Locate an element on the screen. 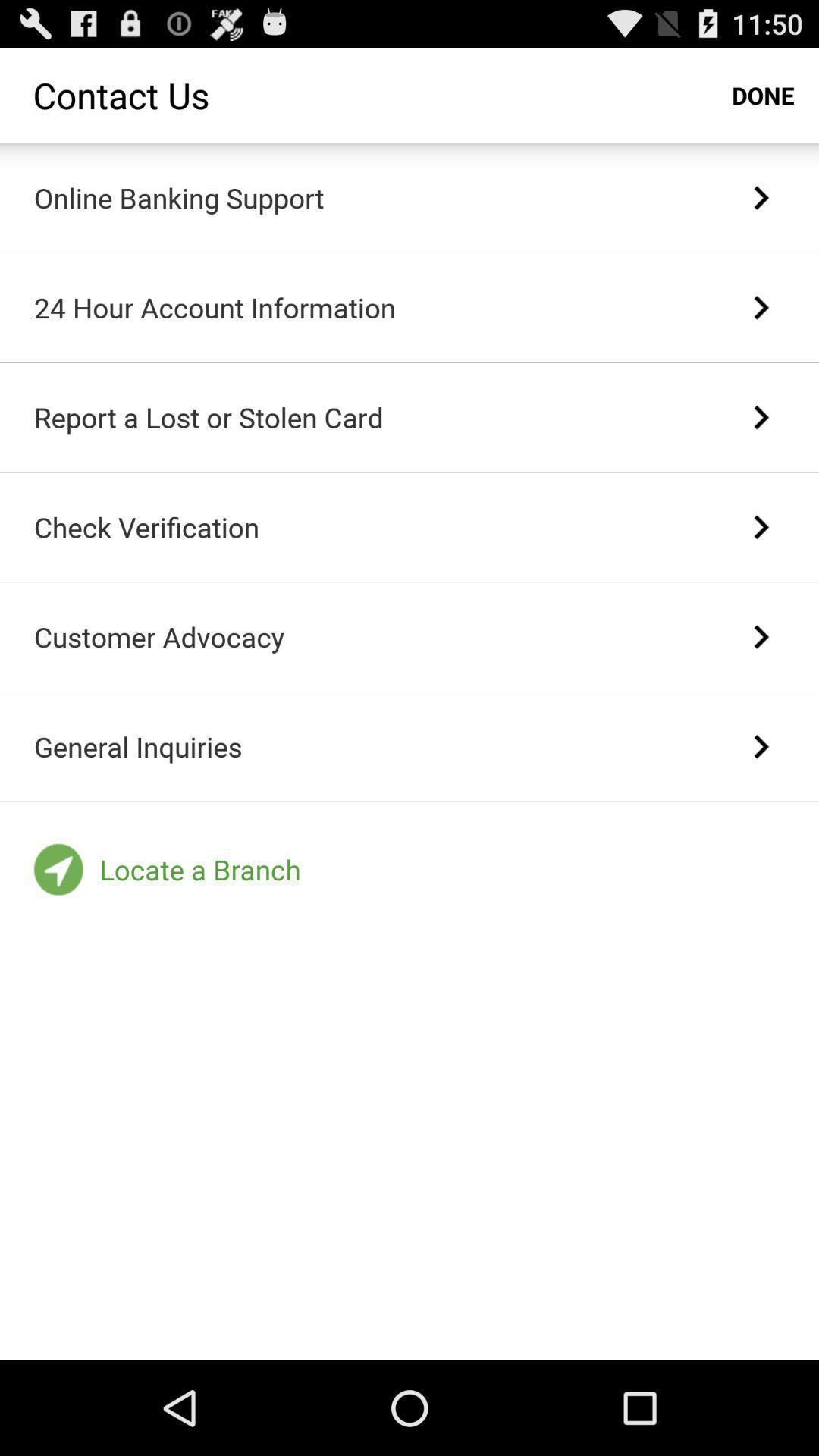 The image size is (819, 1456). the item next to the online banking support is located at coordinates (761, 196).